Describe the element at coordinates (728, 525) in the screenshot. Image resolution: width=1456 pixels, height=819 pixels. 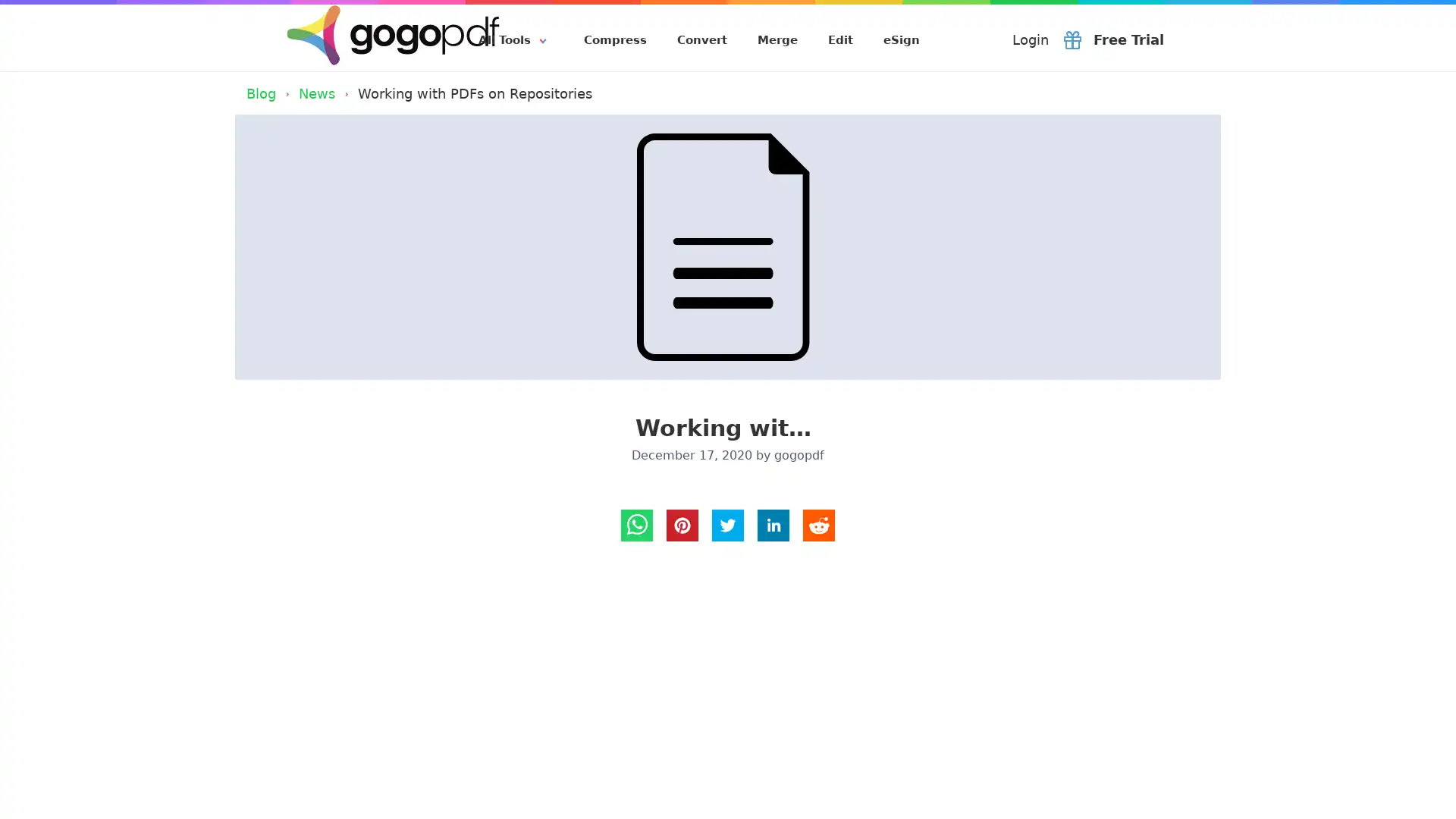
I see `Twitter` at that location.